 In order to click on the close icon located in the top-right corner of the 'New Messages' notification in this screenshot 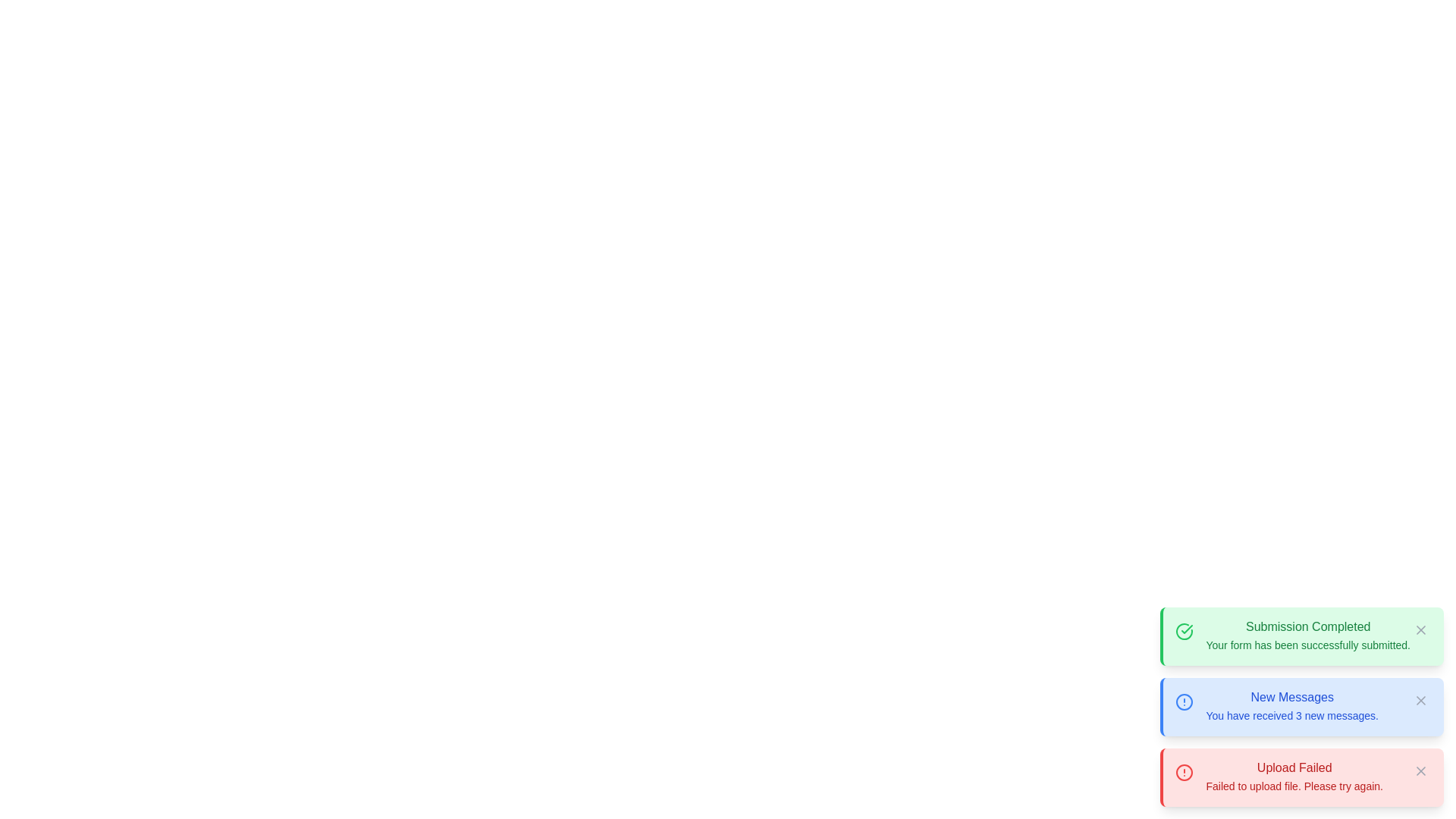, I will do `click(1420, 701)`.